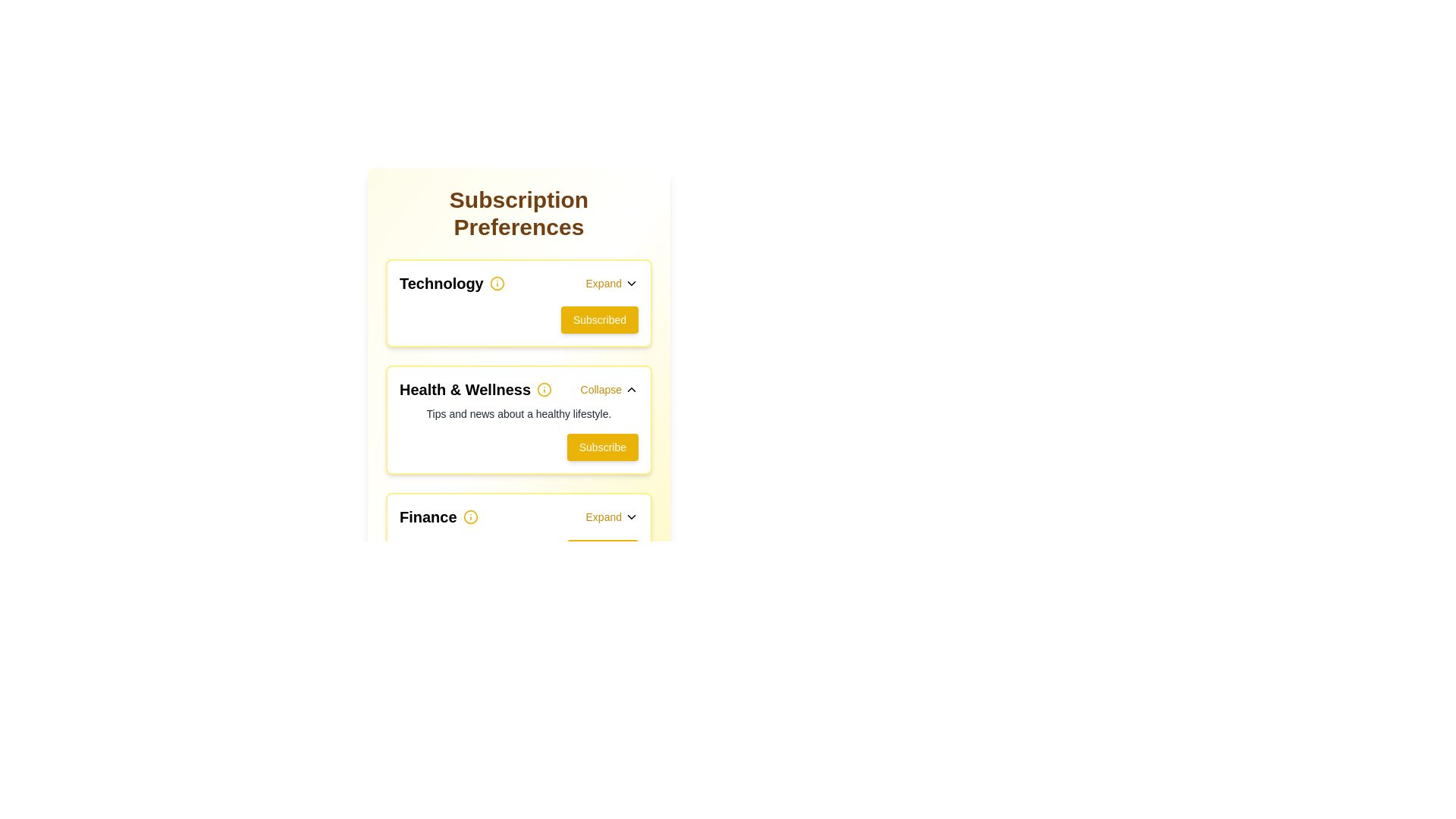 This screenshot has height=819, width=1456. I want to click on text label providing a description of the 'Health & Wellness' subscription option located in the second box labeled 'Health & Wellness' above the 'Subscribe' button, so click(519, 414).